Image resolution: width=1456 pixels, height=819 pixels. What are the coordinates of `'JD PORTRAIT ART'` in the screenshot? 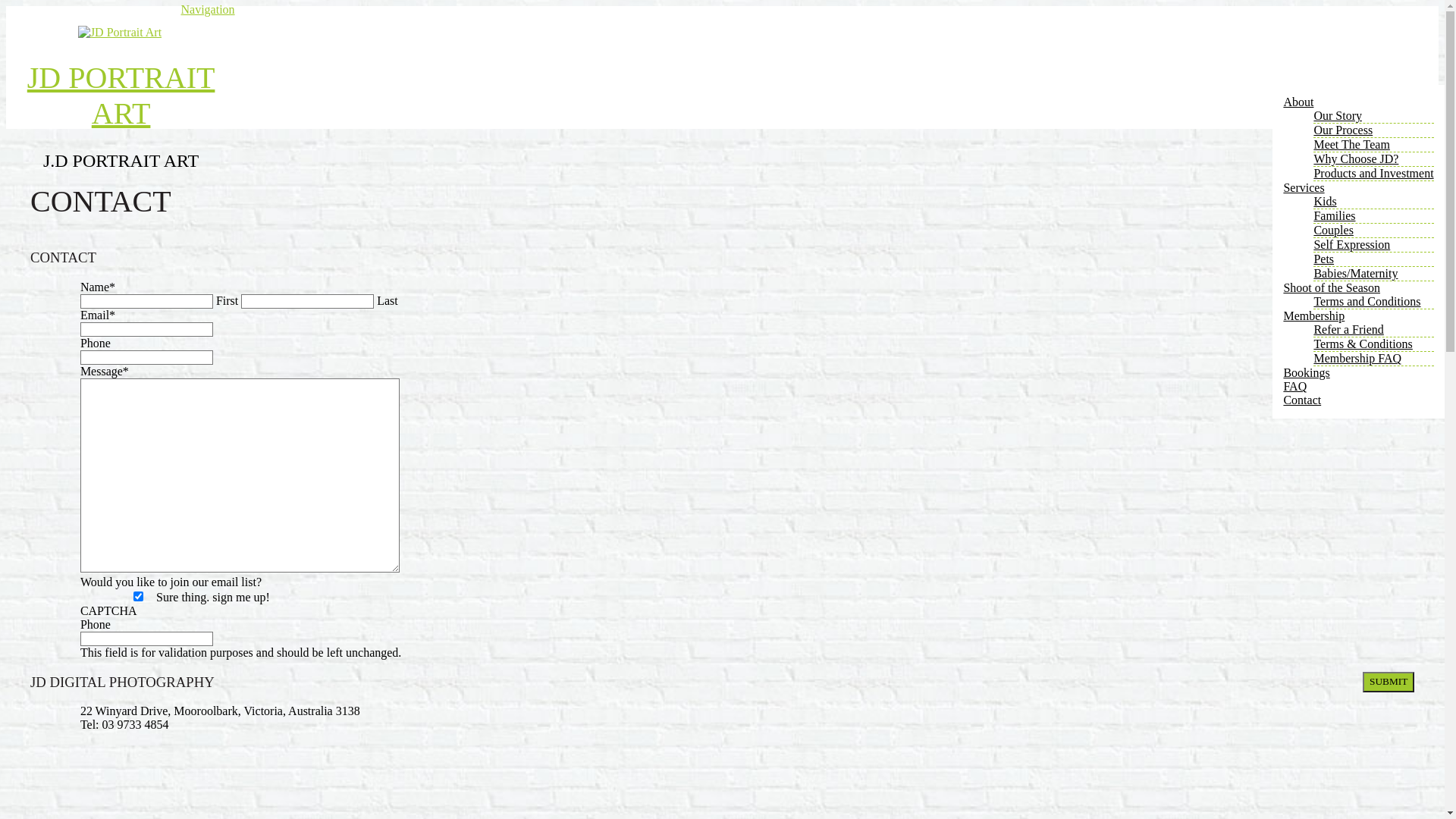 It's located at (120, 96).